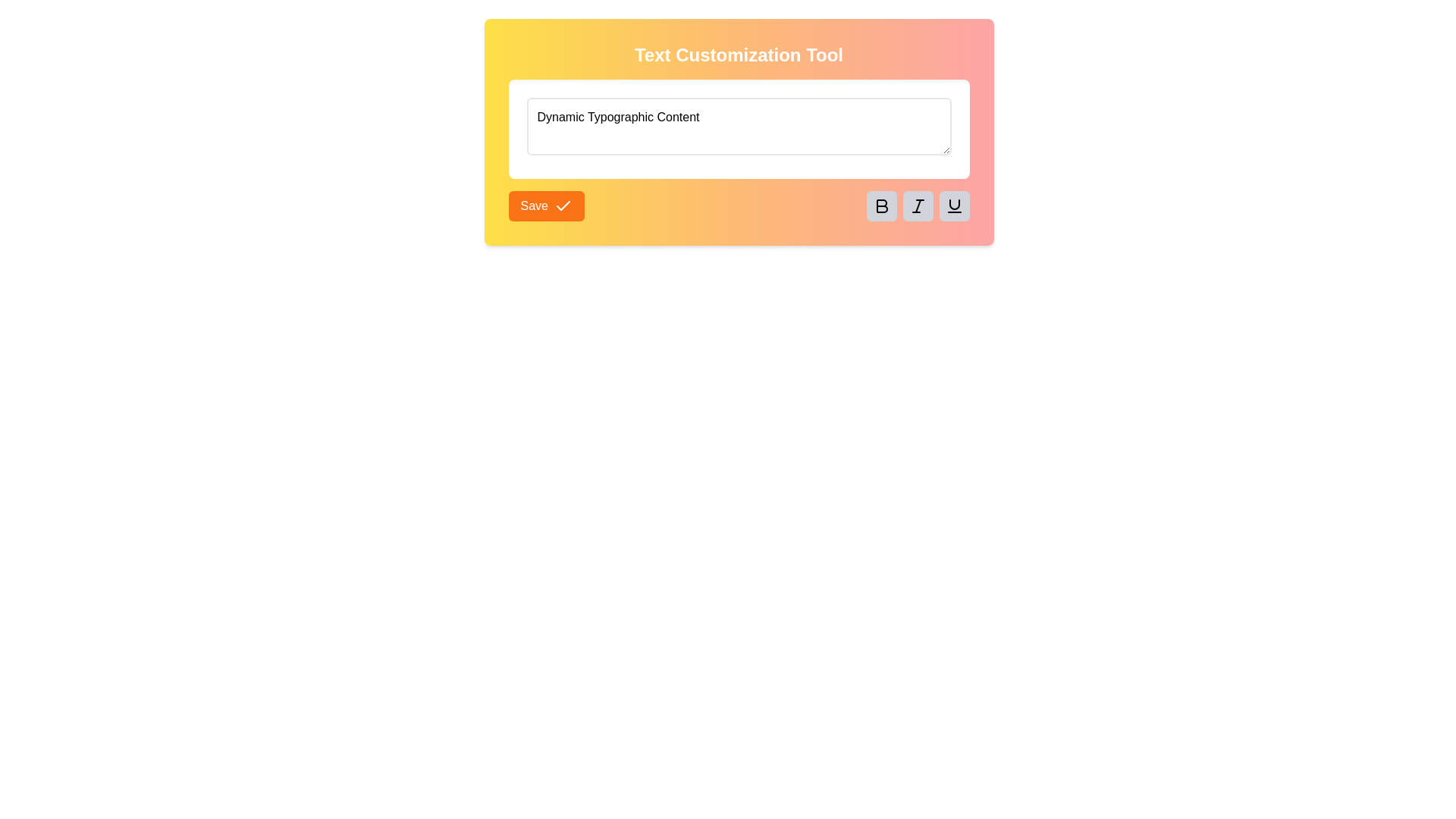  Describe the element at coordinates (563, 206) in the screenshot. I see `the confirmation icon located to the right of the 'Save' text on the Save button, which visually reinforces the action of saving entered text or settings` at that location.